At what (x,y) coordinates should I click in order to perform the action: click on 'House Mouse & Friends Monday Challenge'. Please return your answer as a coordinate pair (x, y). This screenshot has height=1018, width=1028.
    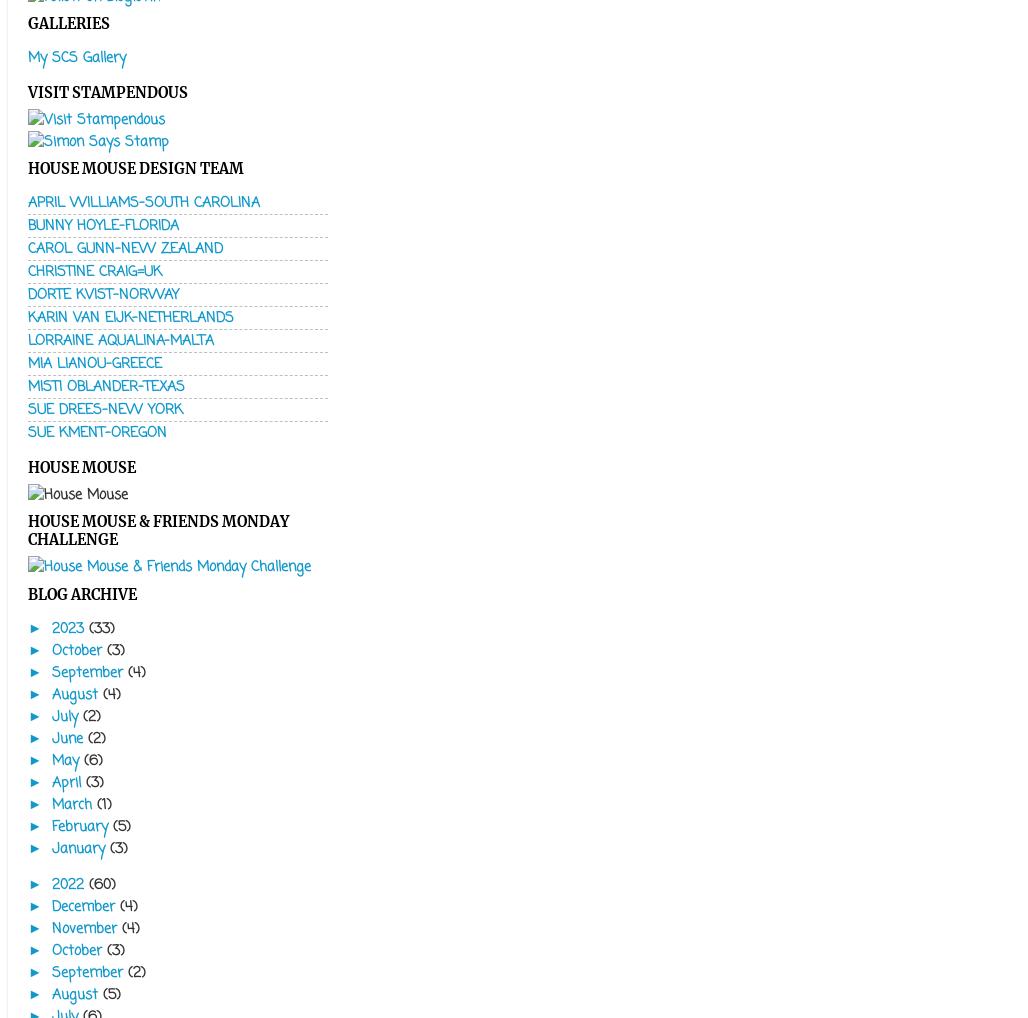
    Looking at the image, I should click on (158, 529).